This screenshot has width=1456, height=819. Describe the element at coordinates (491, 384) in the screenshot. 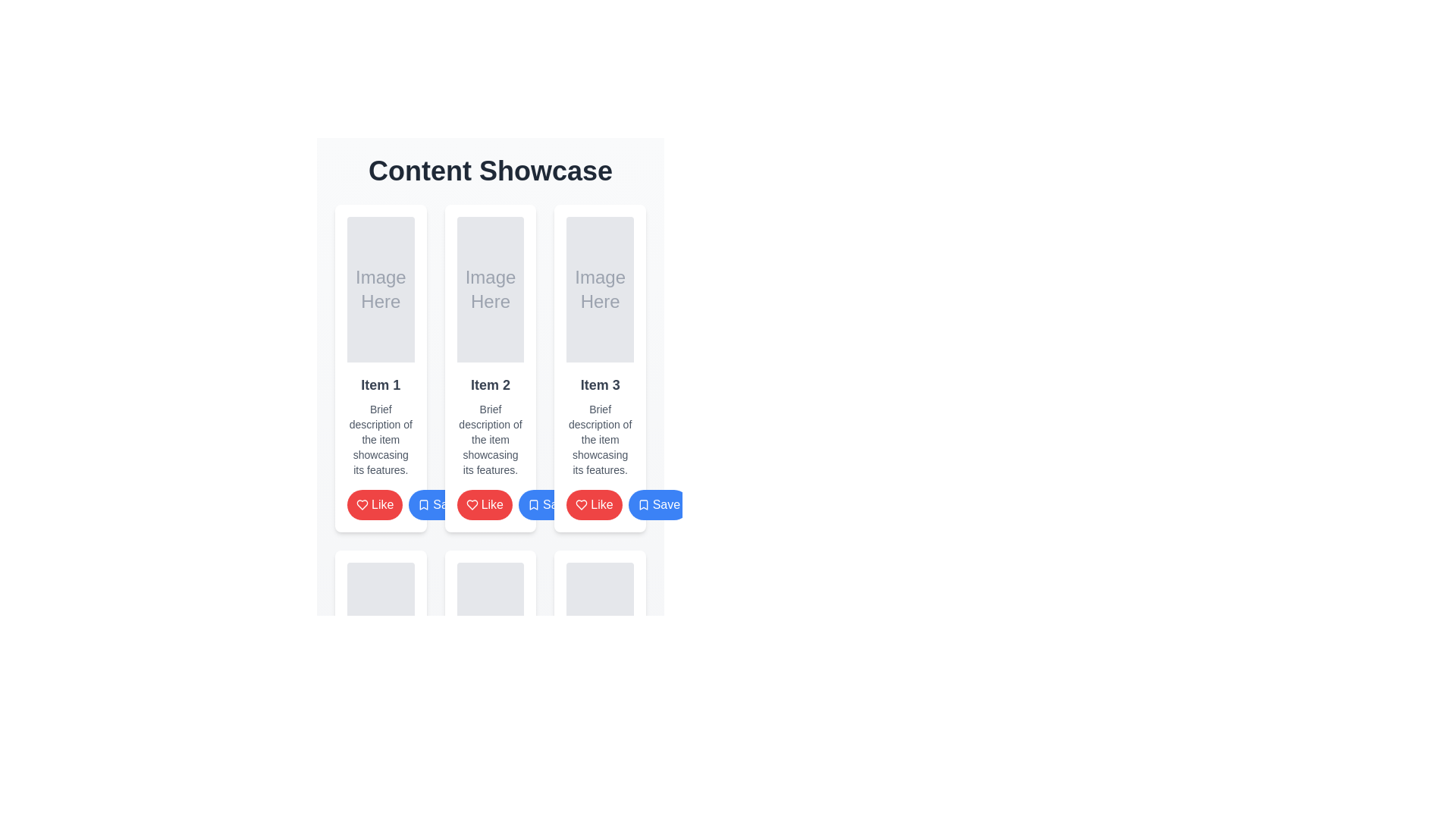

I see `text label that prominently displays 'Item 2' in a bold, dark gray font within the central card of a three-column layout` at that location.